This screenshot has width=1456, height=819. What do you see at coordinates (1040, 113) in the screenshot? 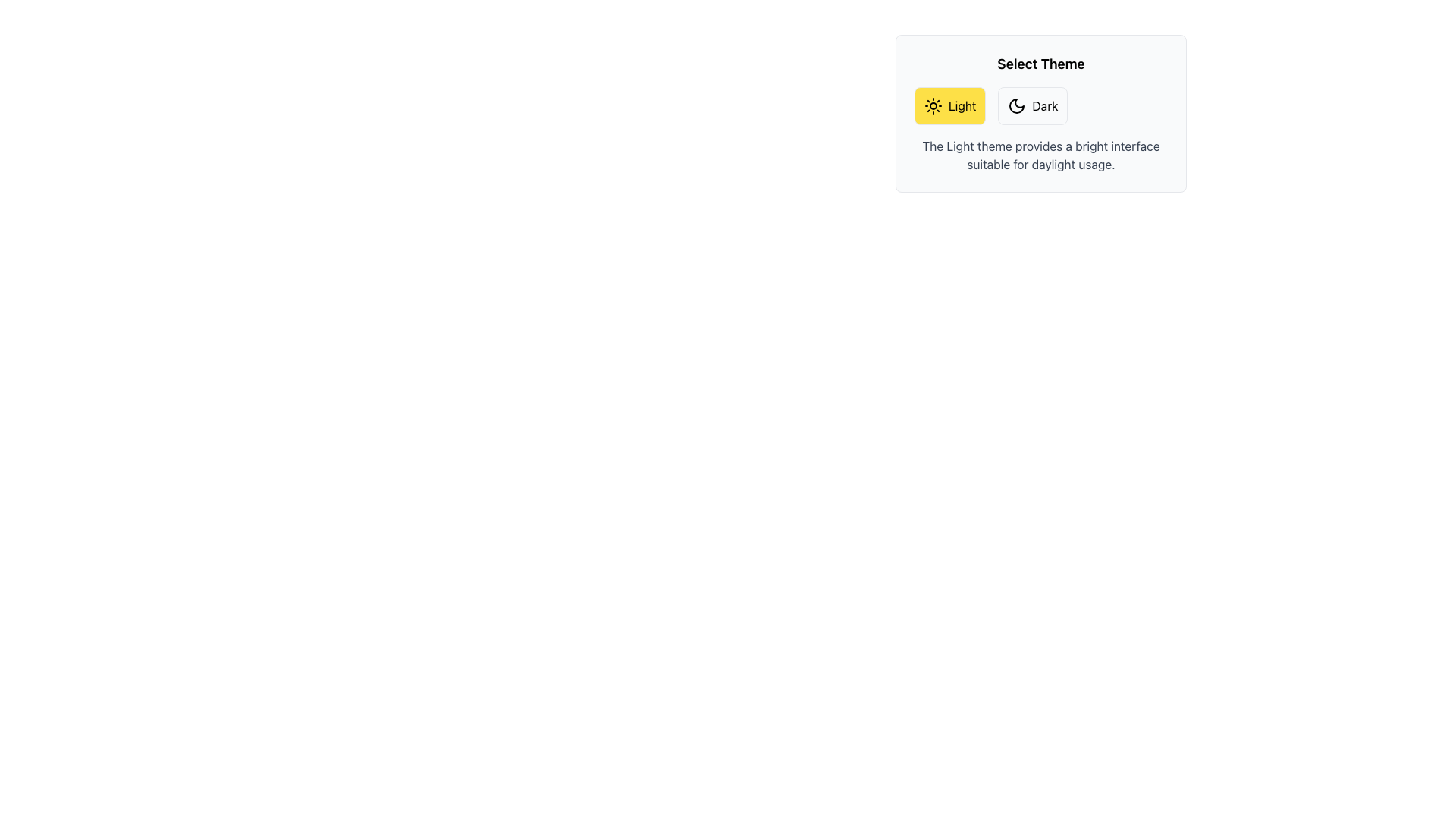
I see `the 'Dark' button with a moon icon` at bounding box center [1040, 113].